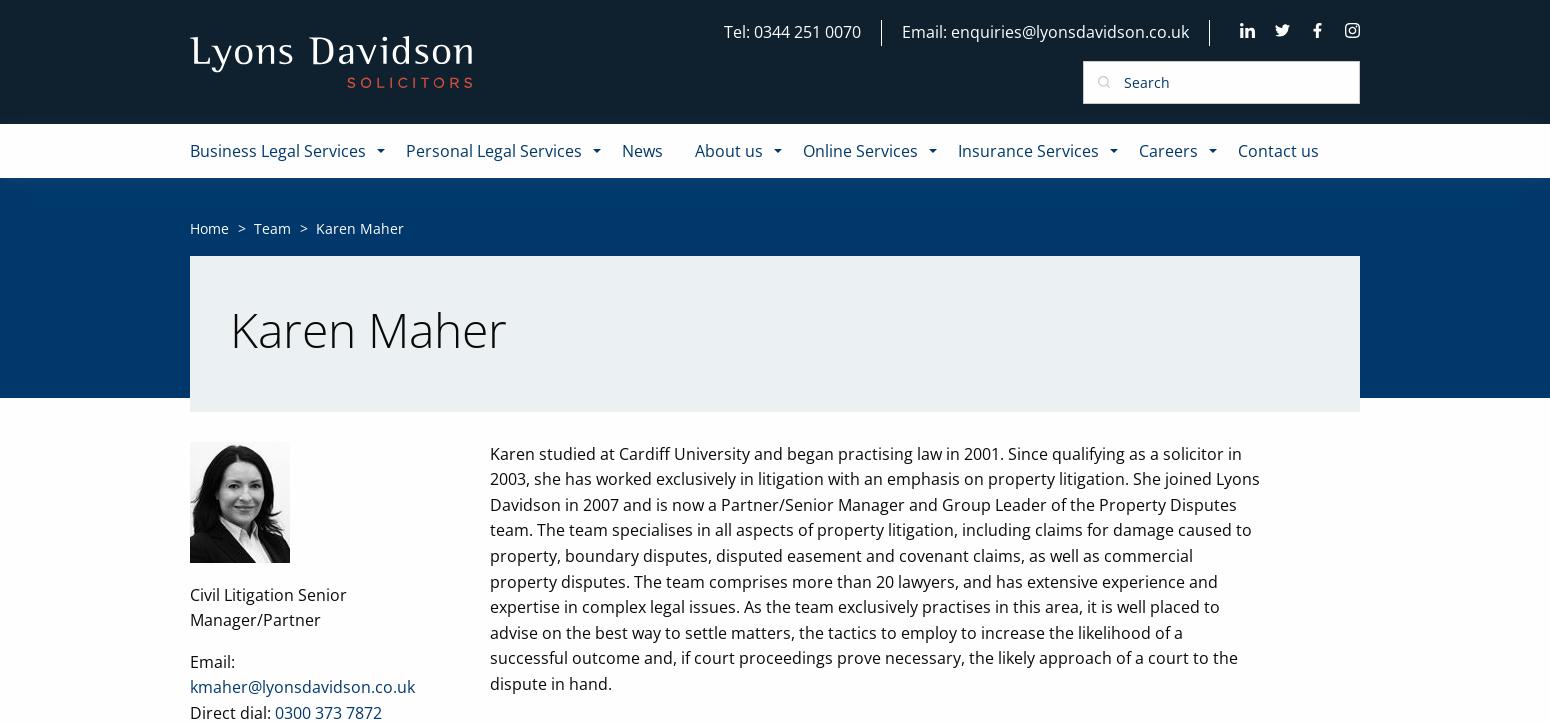 This screenshot has height=722, width=1550. I want to click on 'kmaher@lyonsdavidson.co.uk', so click(302, 685).